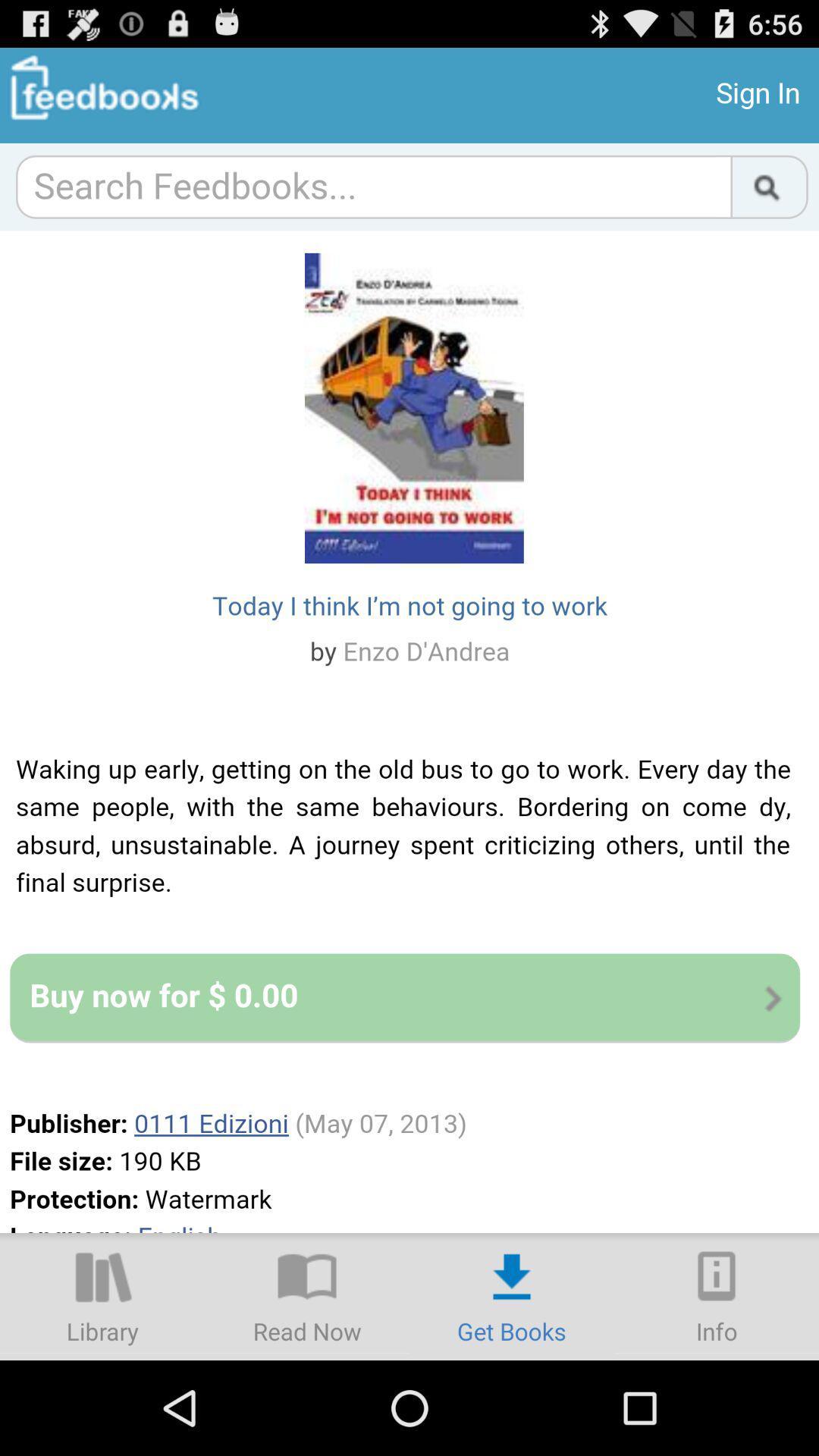 This screenshot has height=1456, width=819. What do you see at coordinates (512, 1295) in the screenshot?
I see `get books` at bounding box center [512, 1295].